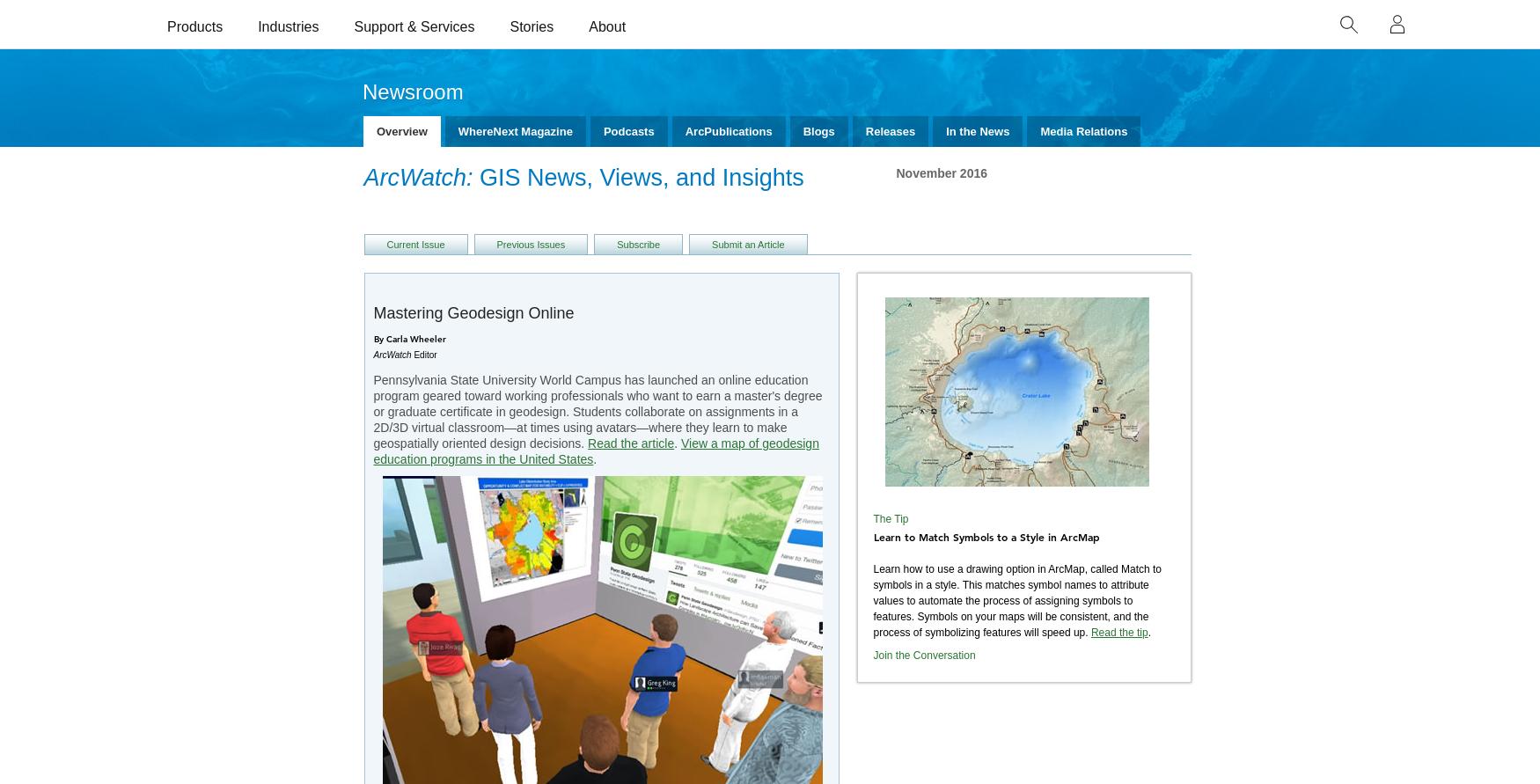 The image size is (1540, 784). I want to click on 'About', so click(607, 26).